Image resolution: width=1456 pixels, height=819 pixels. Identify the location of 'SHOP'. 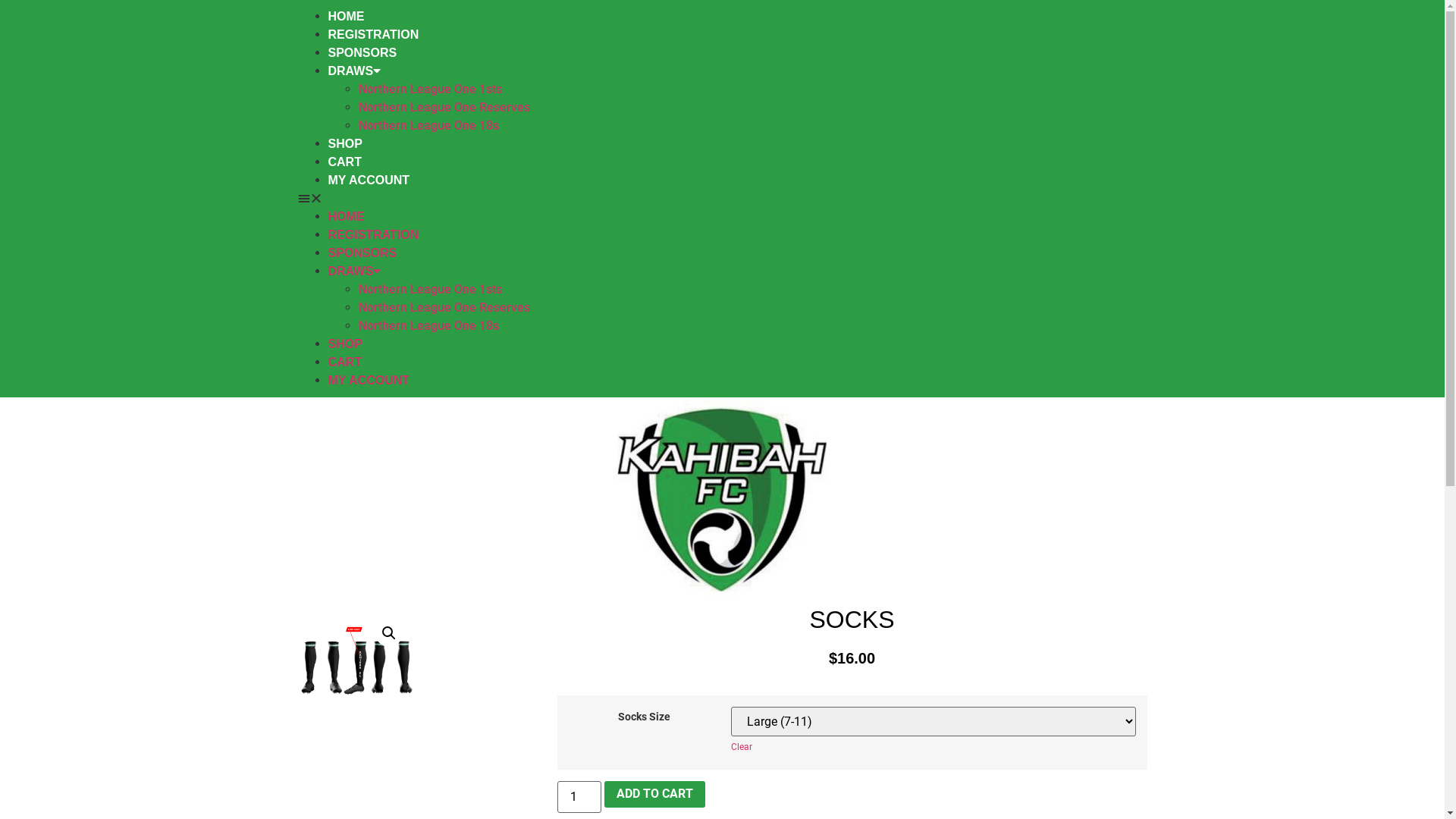
(344, 143).